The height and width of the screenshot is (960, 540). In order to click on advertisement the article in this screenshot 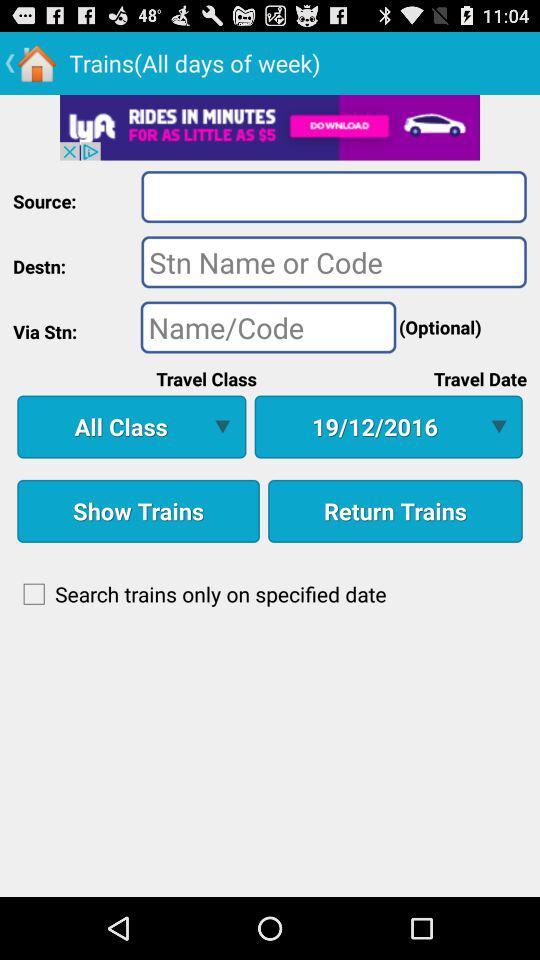, I will do `click(270, 126)`.